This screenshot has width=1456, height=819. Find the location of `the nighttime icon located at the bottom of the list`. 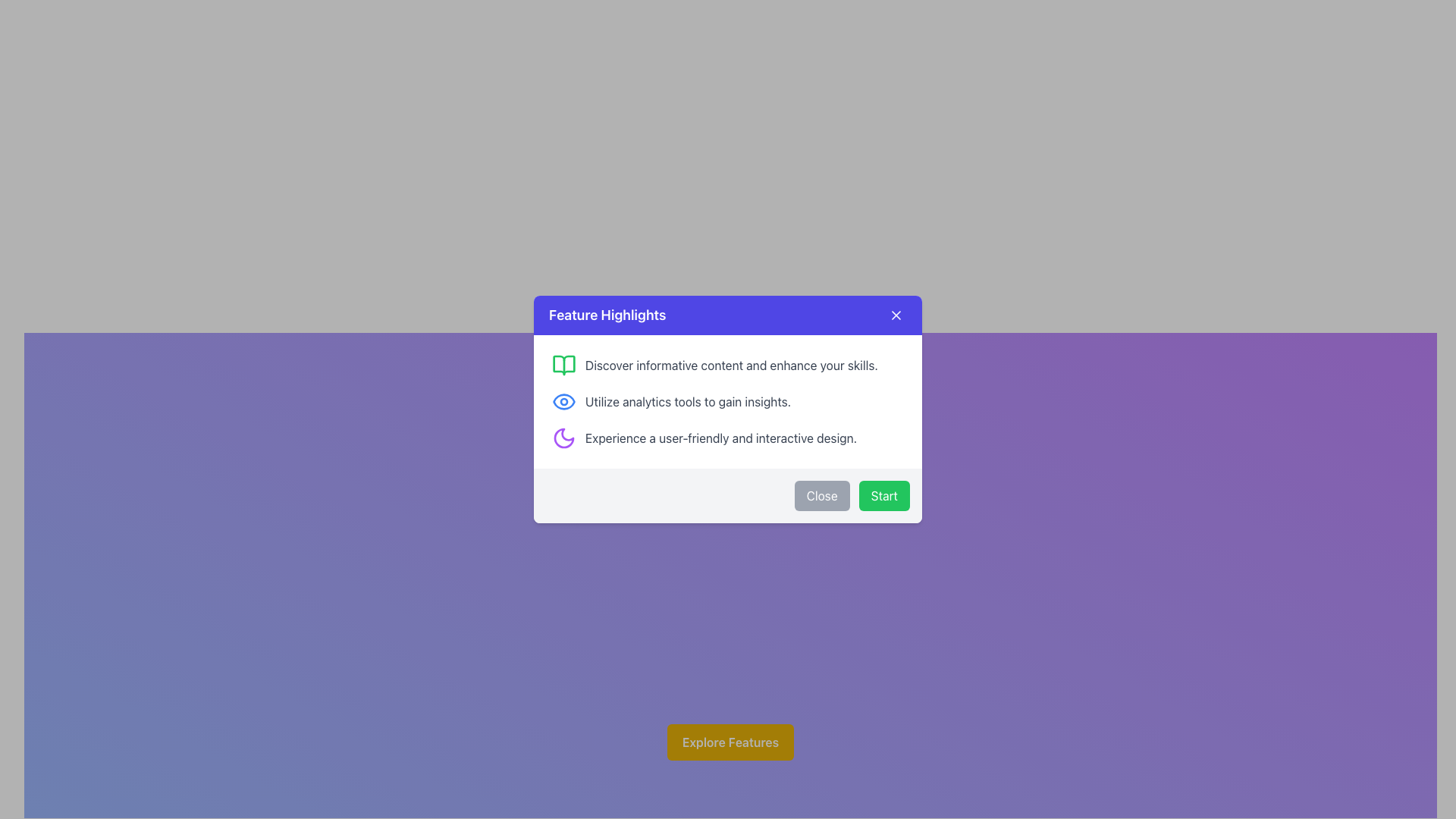

the nighttime icon located at the bottom of the list is located at coordinates (563, 438).